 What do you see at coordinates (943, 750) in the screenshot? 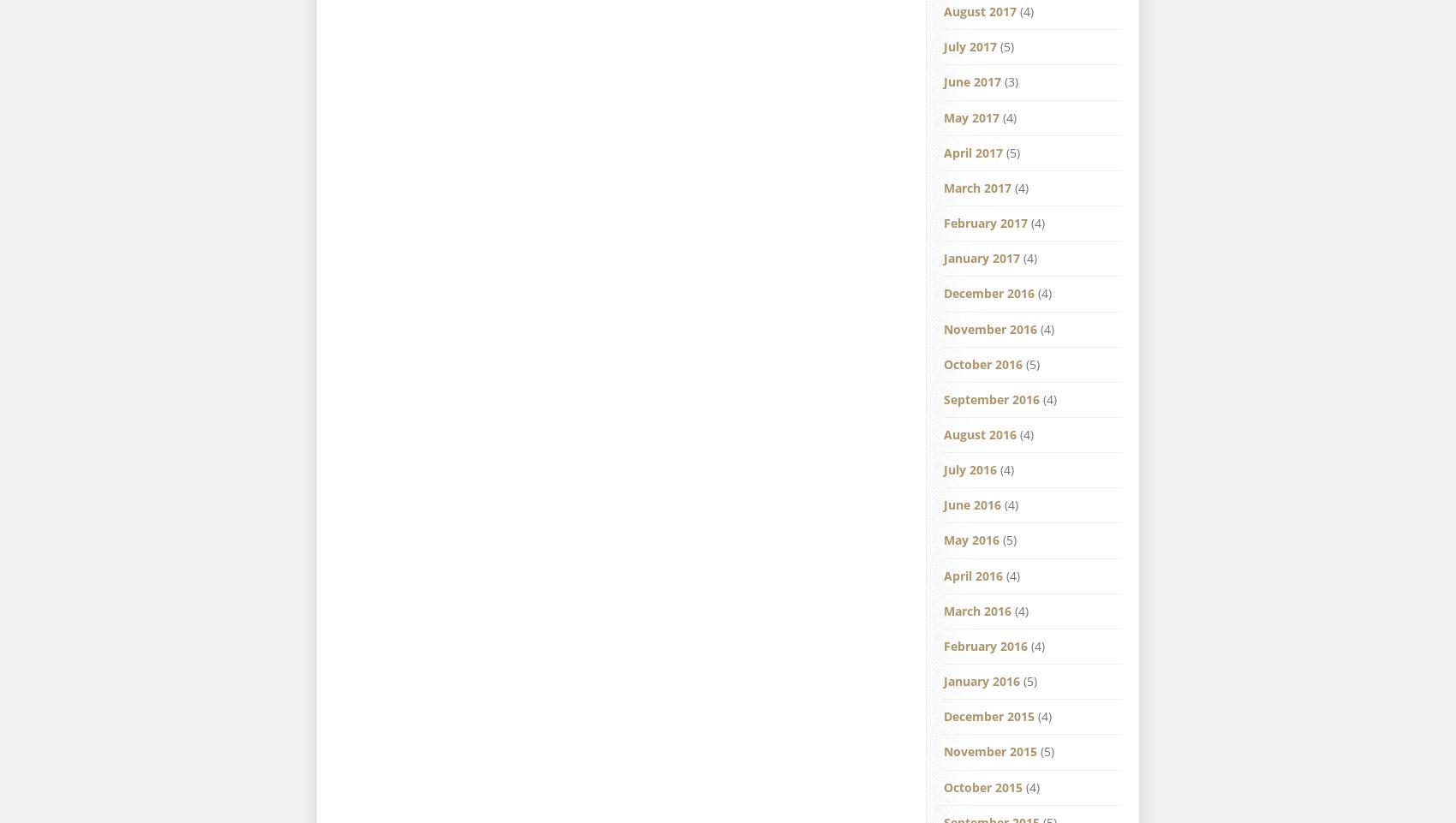
I see `'November 2015'` at bounding box center [943, 750].